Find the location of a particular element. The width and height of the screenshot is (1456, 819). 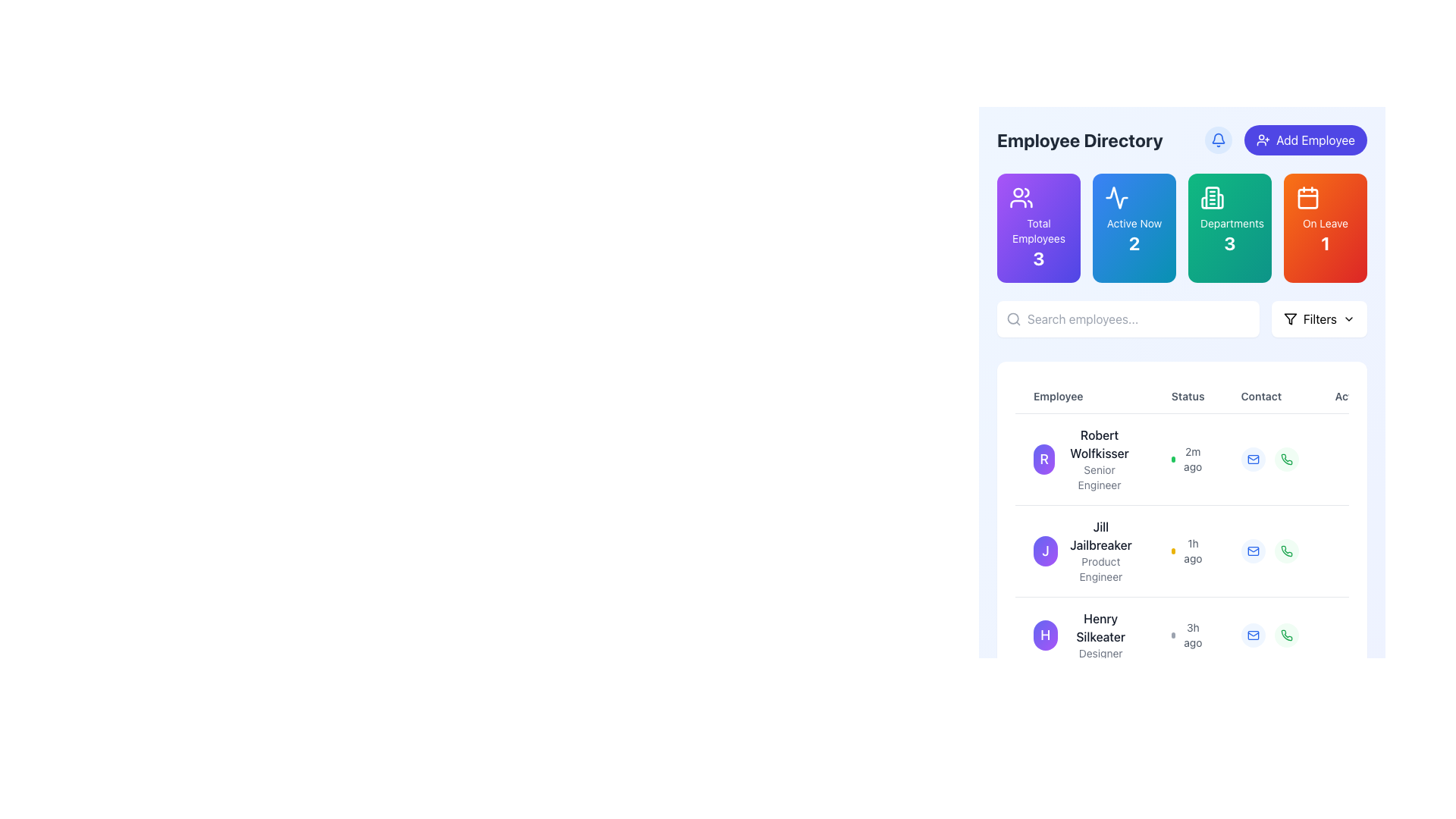

the filter icon, which is a compact SVG graphic styled with clean, sharp lines and positioned within the 'Filters' button adjacent to the text 'Filters' is located at coordinates (1289, 318).